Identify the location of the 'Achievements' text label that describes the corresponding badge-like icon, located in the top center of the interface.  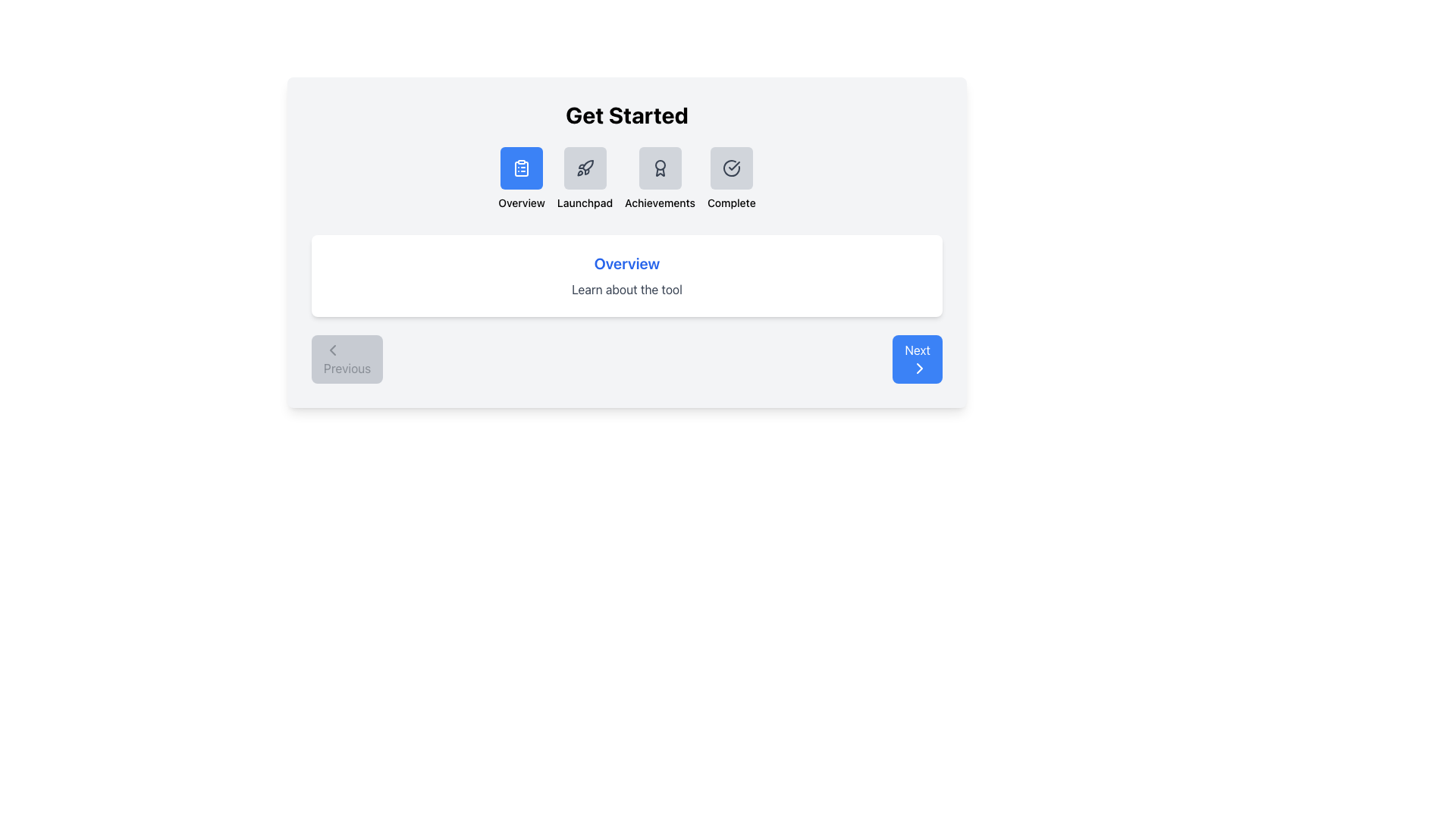
(660, 202).